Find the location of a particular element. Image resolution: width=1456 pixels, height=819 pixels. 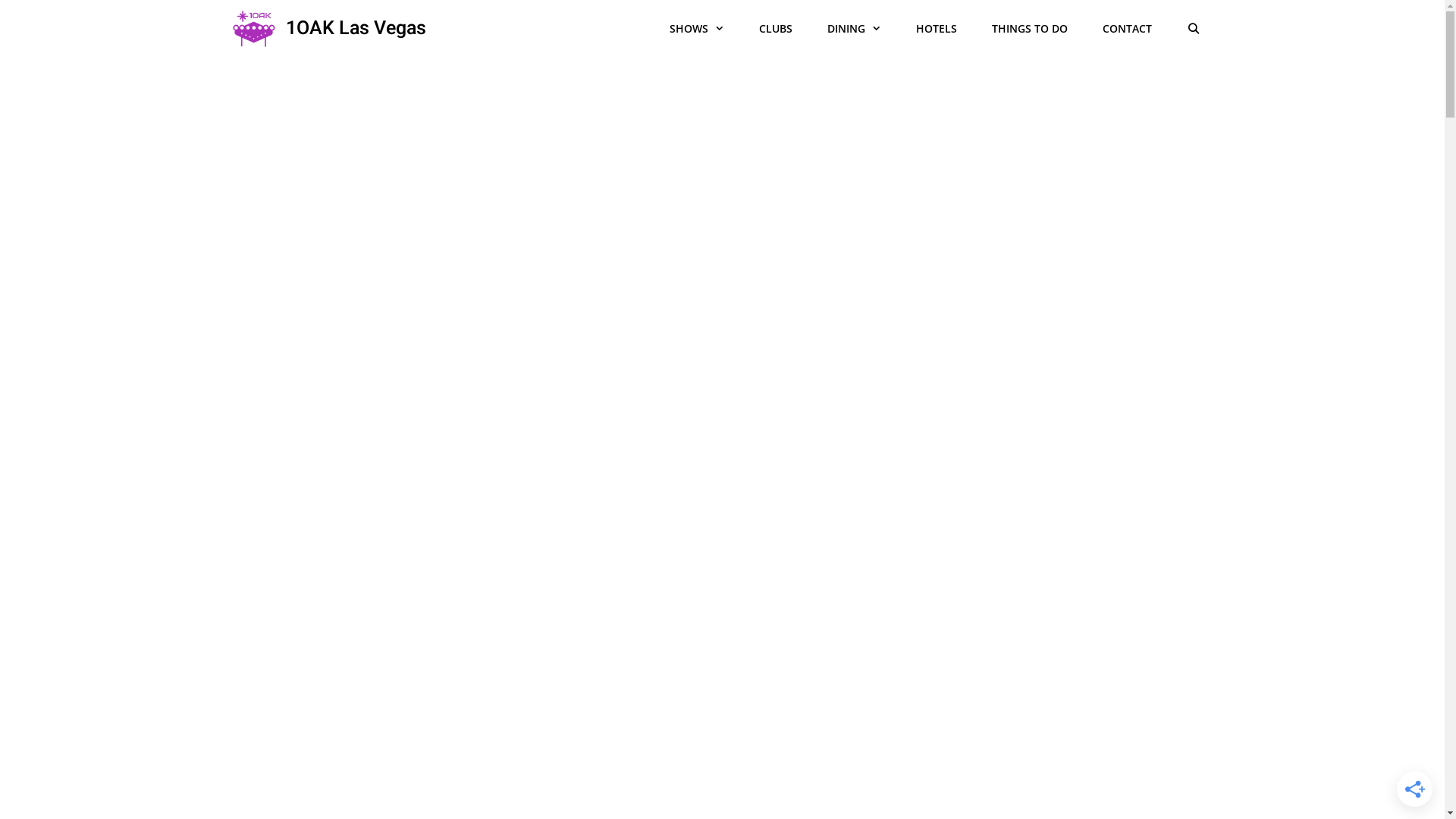

'DINING' is located at coordinates (854, 29).